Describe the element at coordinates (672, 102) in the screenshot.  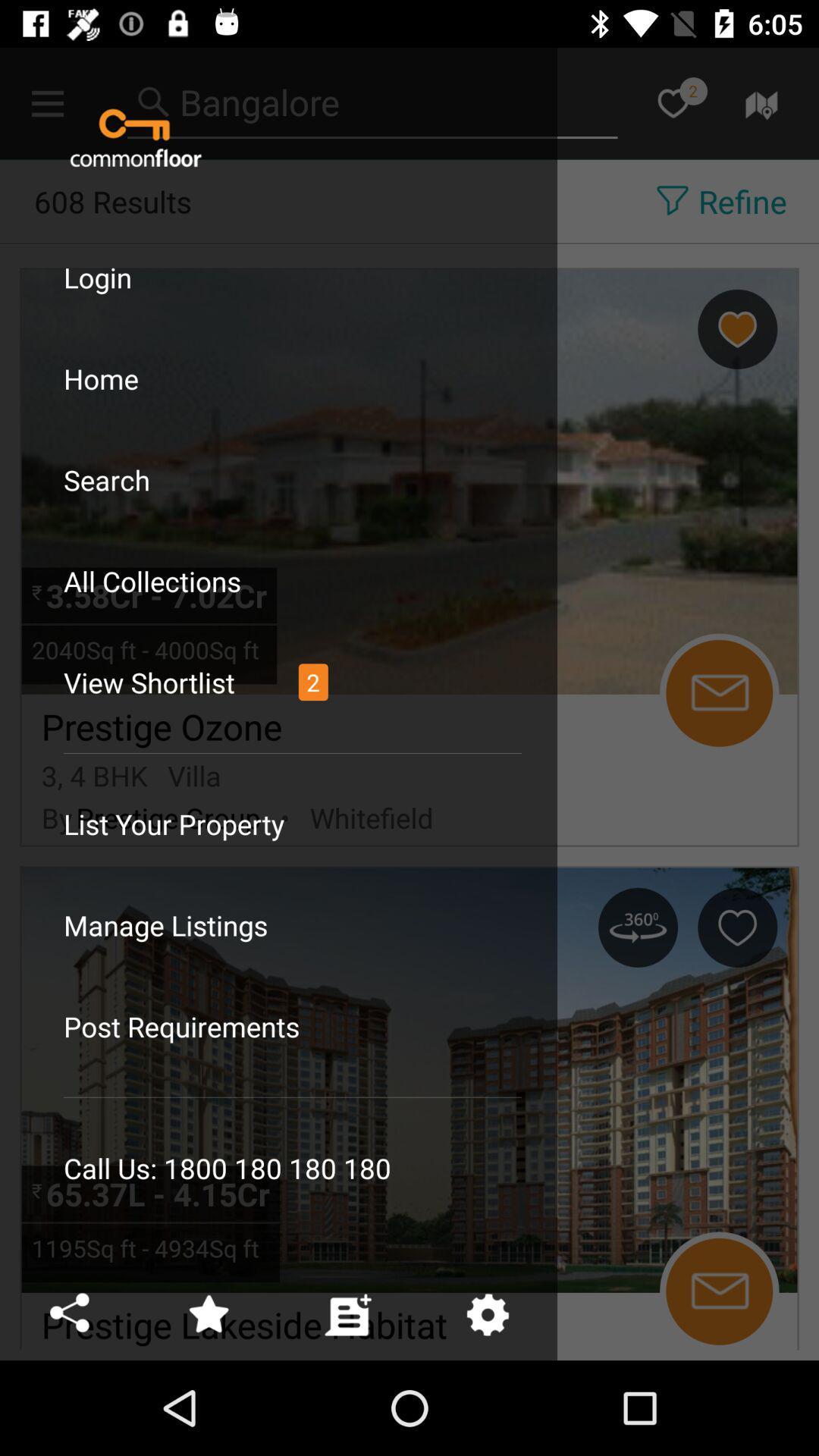
I see `the favorite icon` at that location.